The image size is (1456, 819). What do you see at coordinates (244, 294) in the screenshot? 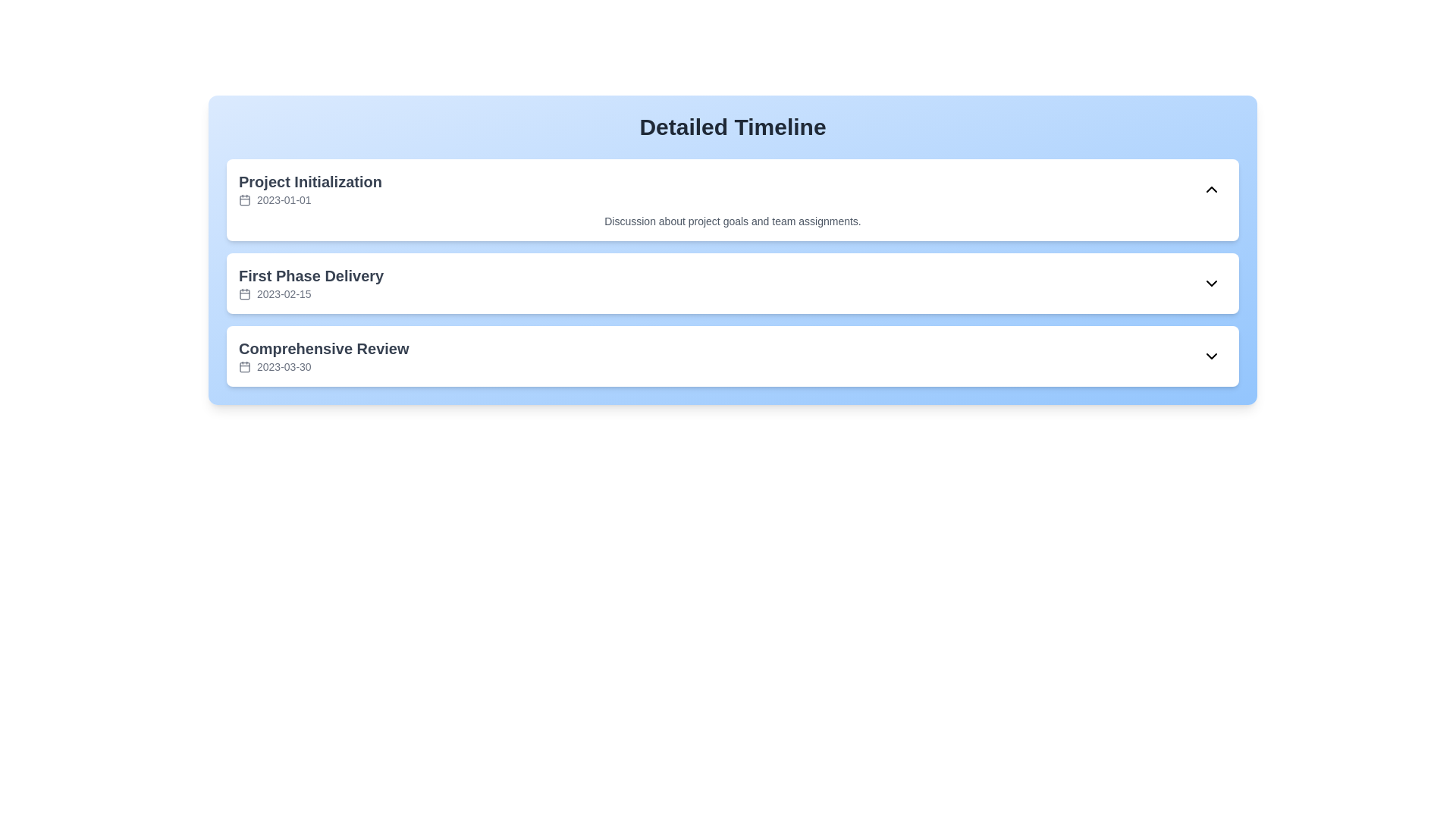
I see `the calendar icon component representing the date associated with the timeline entry, which is located next to the date '2023-02-15'` at bounding box center [244, 294].